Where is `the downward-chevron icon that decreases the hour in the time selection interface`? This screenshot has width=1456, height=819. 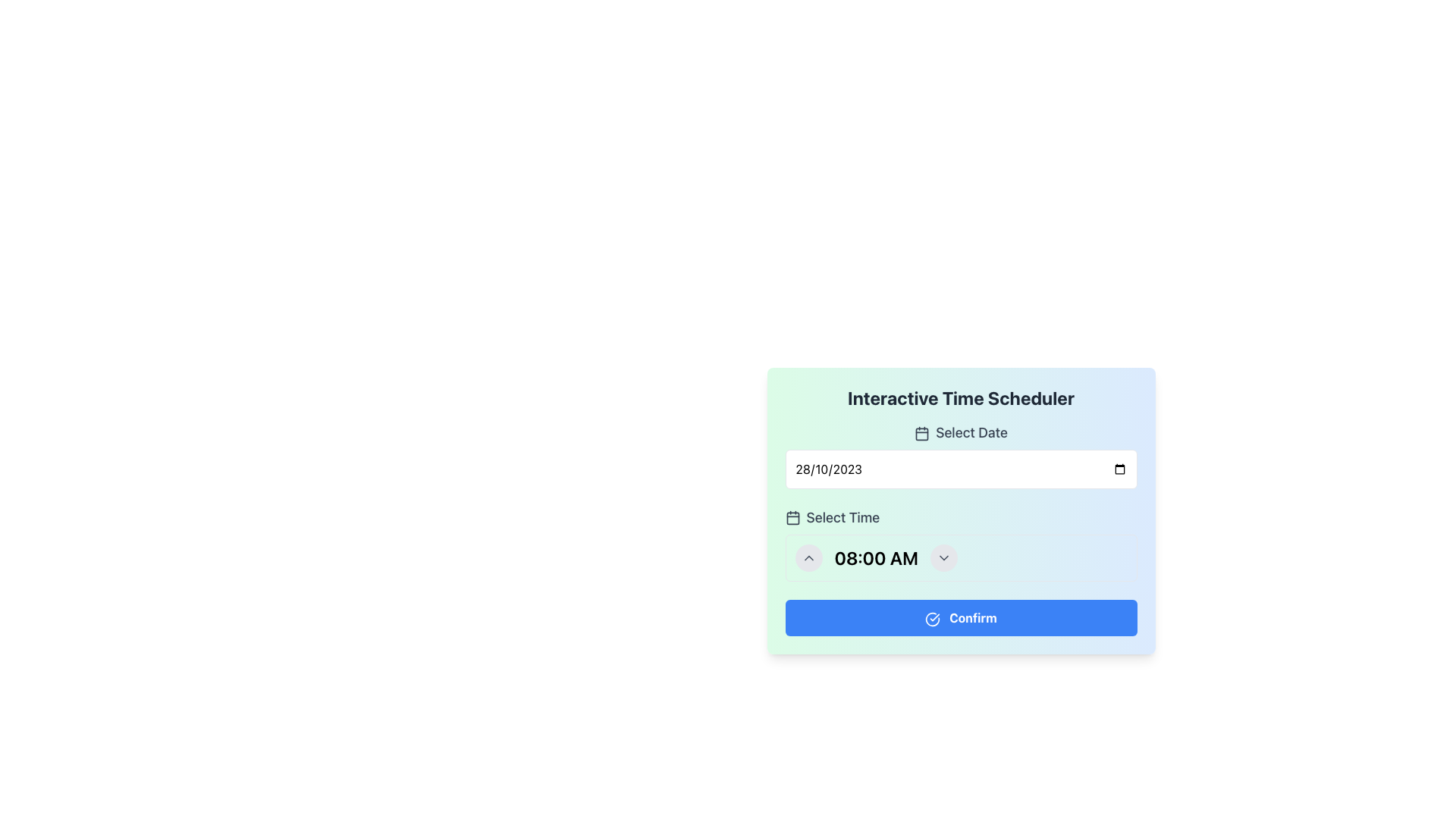 the downward-chevron icon that decreases the hour in the time selection interface is located at coordinates (943, 558).